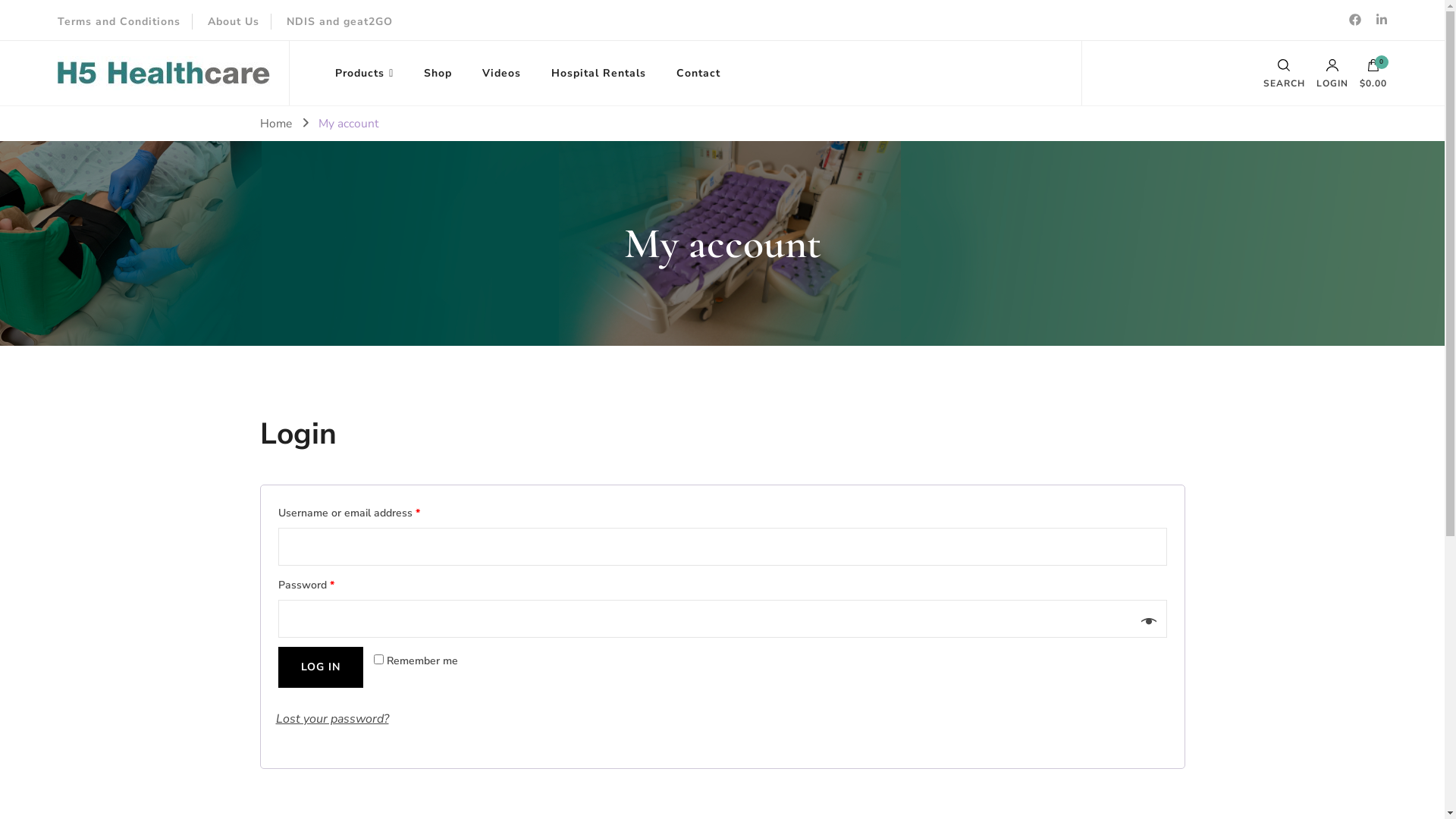 The height and width of the screenshot is (819, 1456). What do you see at coordinates (1373, 69) in the screenshot?
I see `'0'` at bounding box center [1373, 69].